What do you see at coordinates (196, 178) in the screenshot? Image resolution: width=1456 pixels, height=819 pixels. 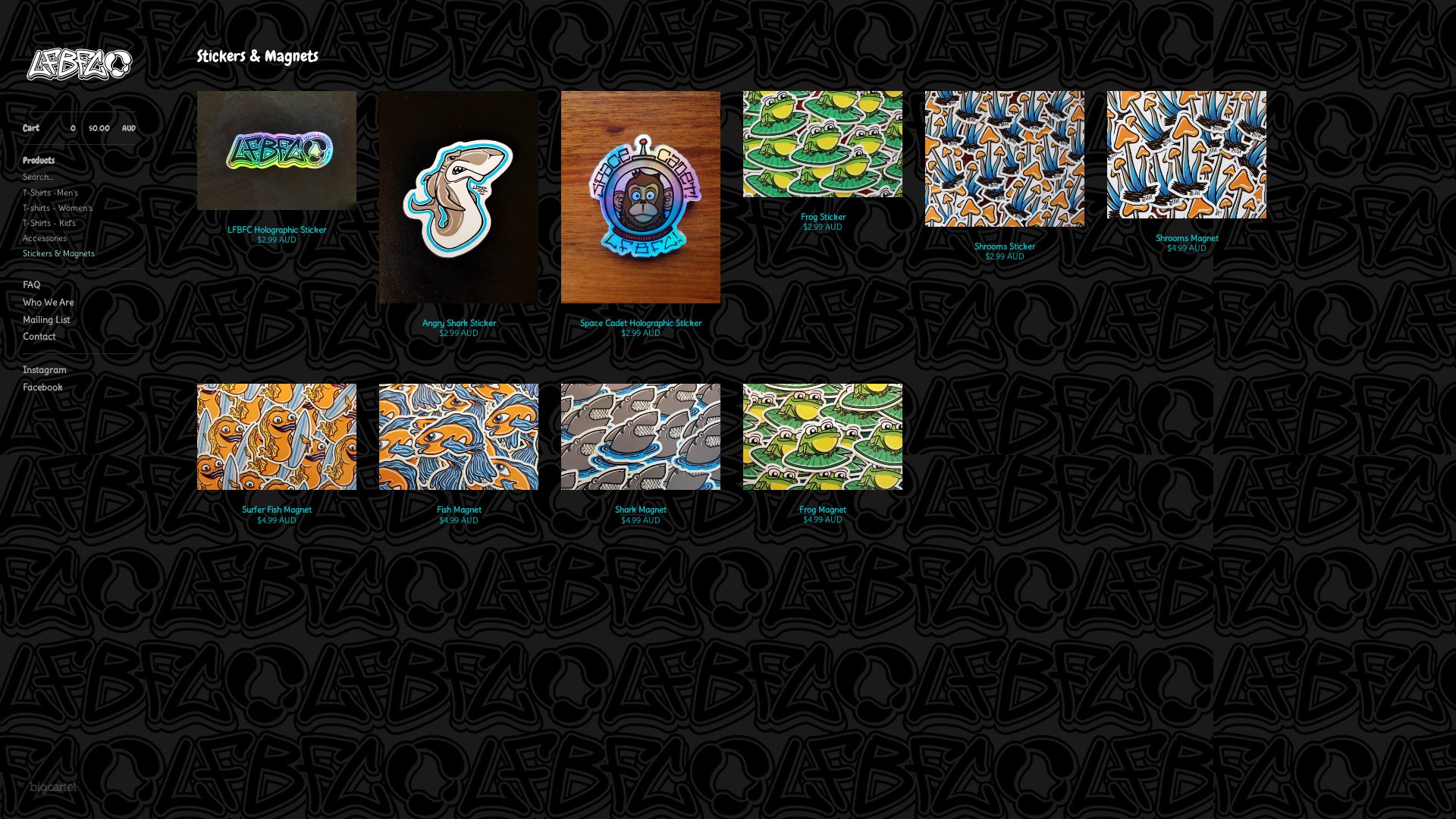 I see `'LFBFC Holographic Sticker` at bounding box center [196, 178].